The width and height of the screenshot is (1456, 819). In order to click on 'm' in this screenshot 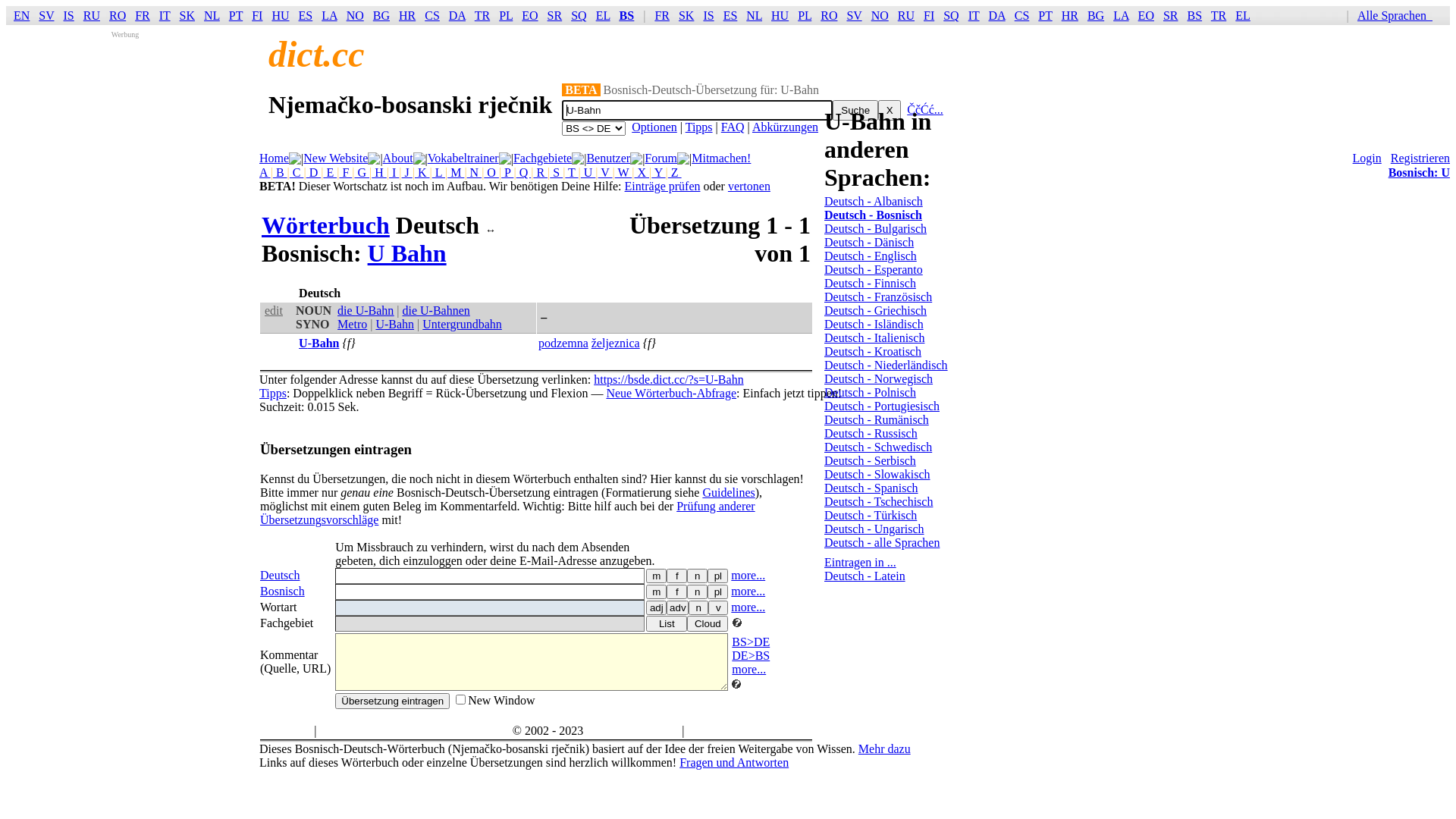, I will do `click(656, 591)`.